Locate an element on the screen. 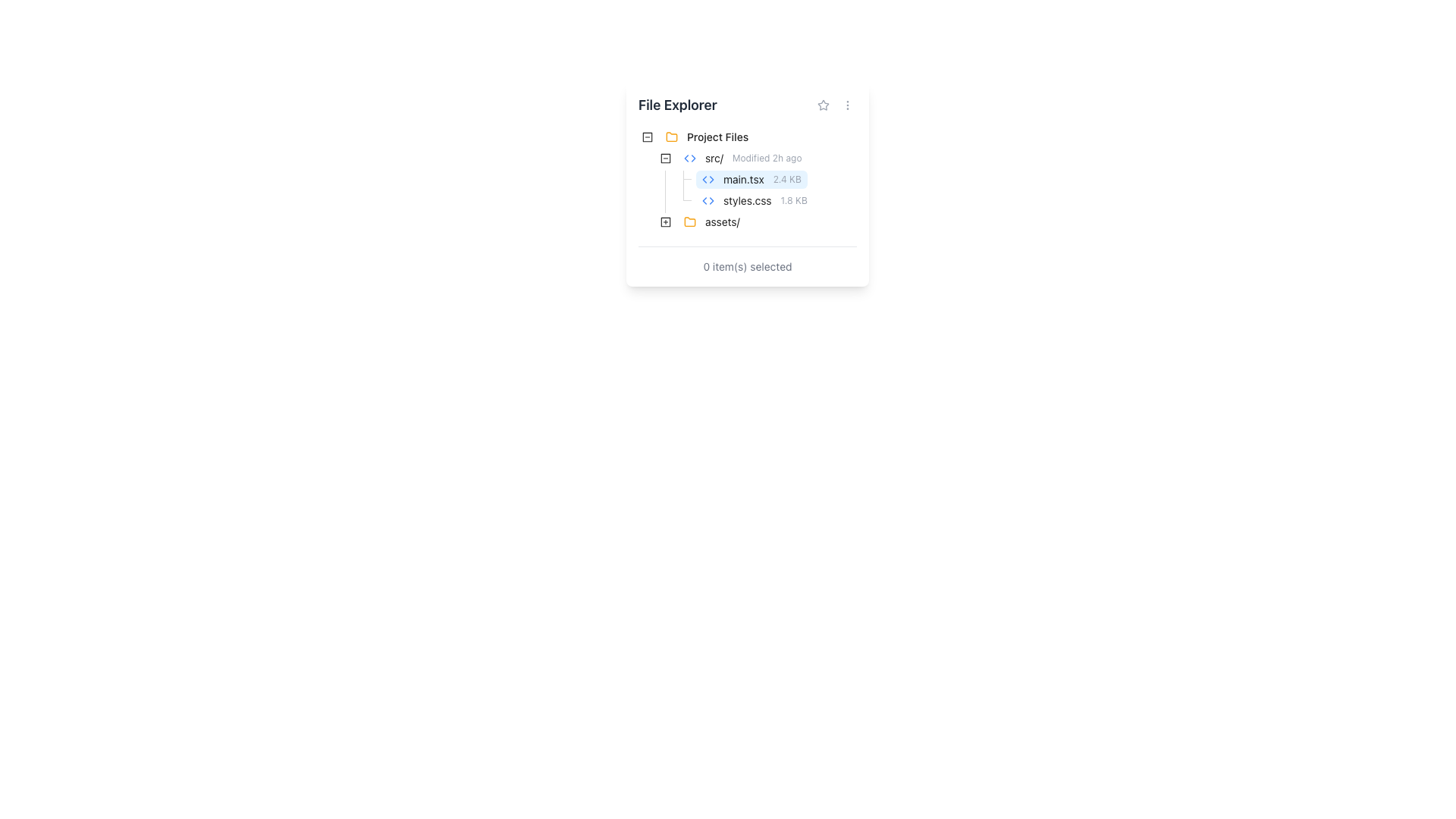 This screenshot has height=819, width=1456. the 'styles.css' file entry in the file explorer is located at coordinates (725, 200).